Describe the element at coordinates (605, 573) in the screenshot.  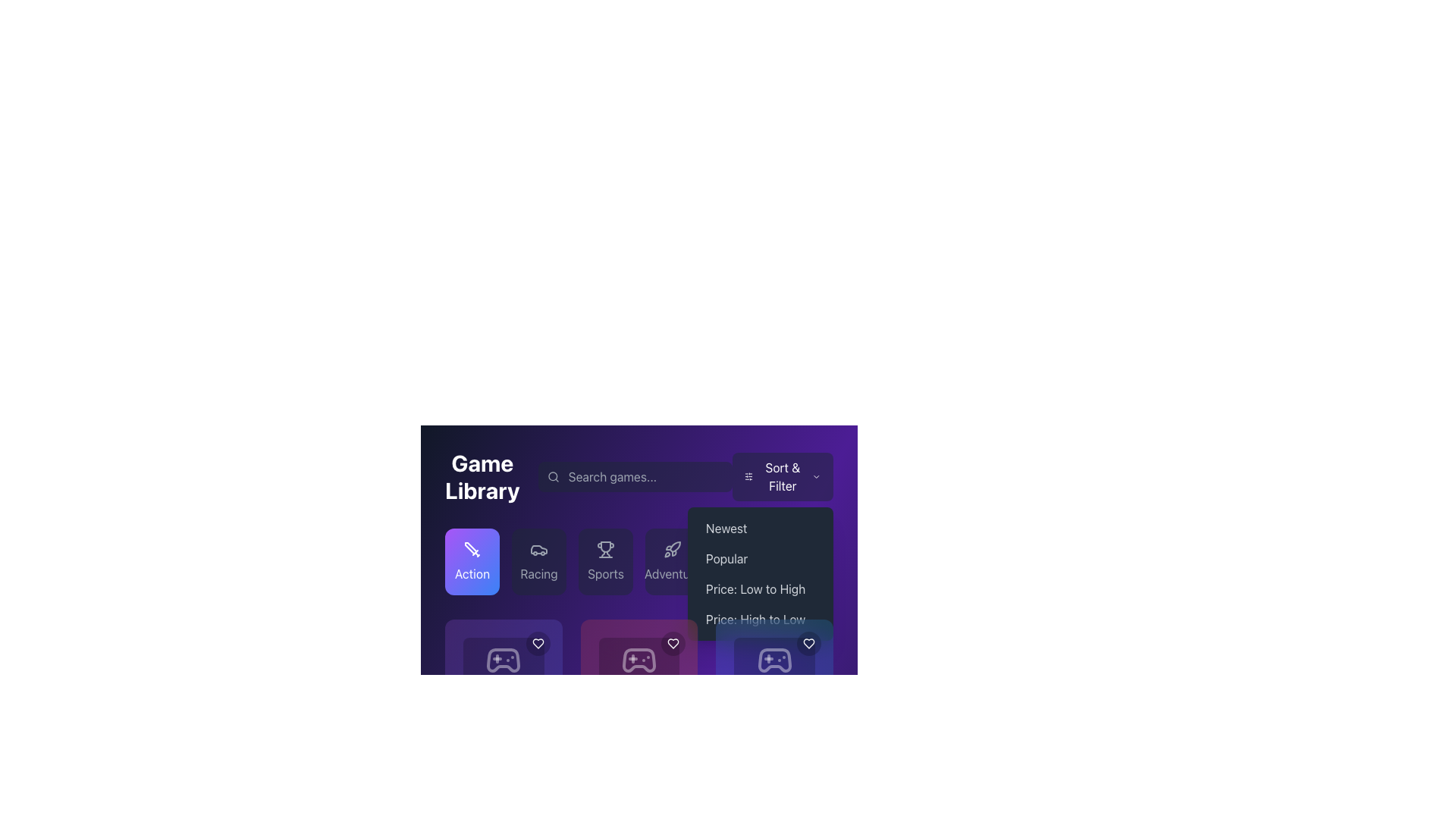
I see `the 'Sports' category button label to potentially reveal additional options or details` at that location.